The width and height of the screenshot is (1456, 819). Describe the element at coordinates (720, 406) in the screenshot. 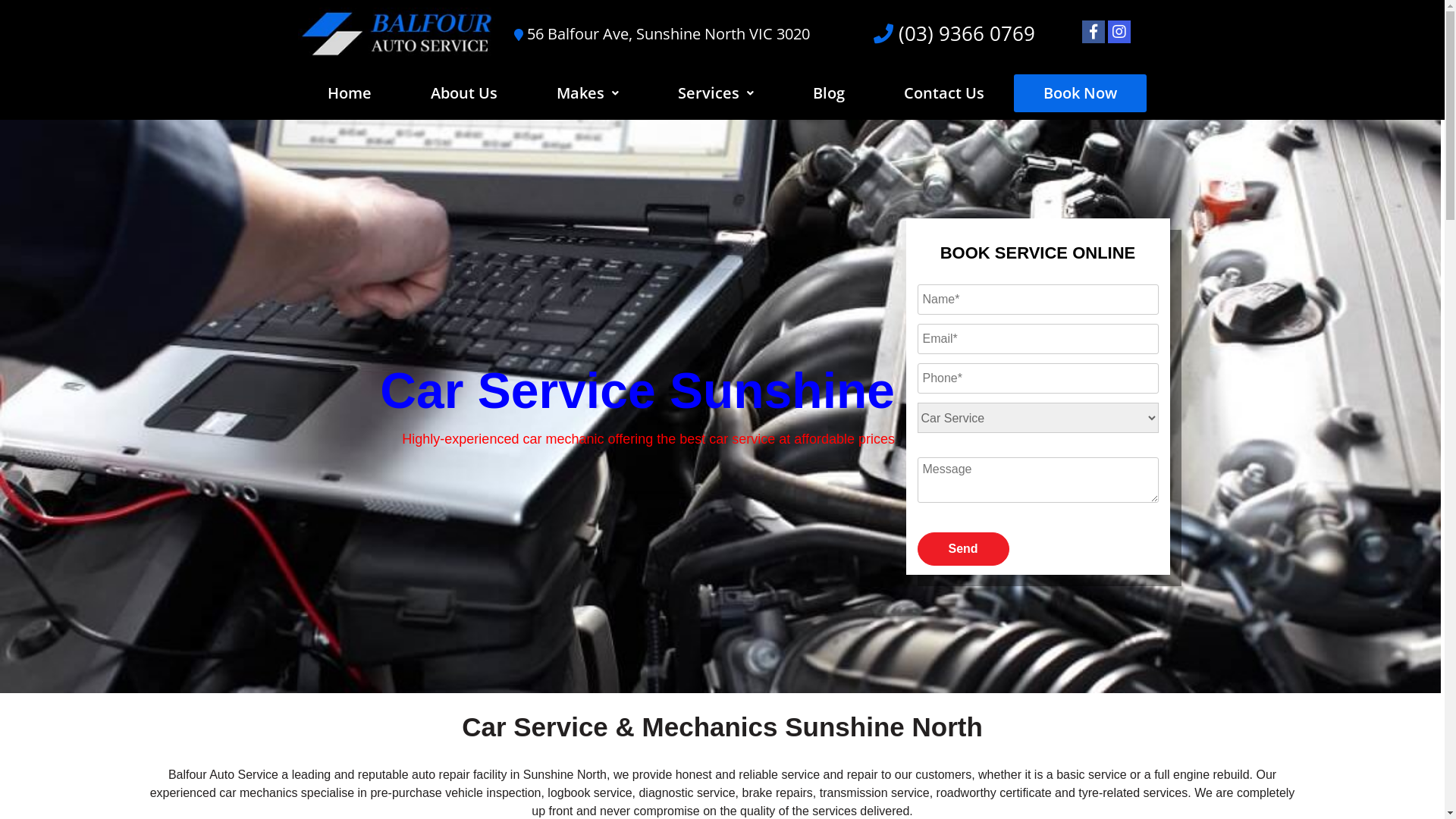

I see `'Mechanic-Sunshine-3'` at that location.